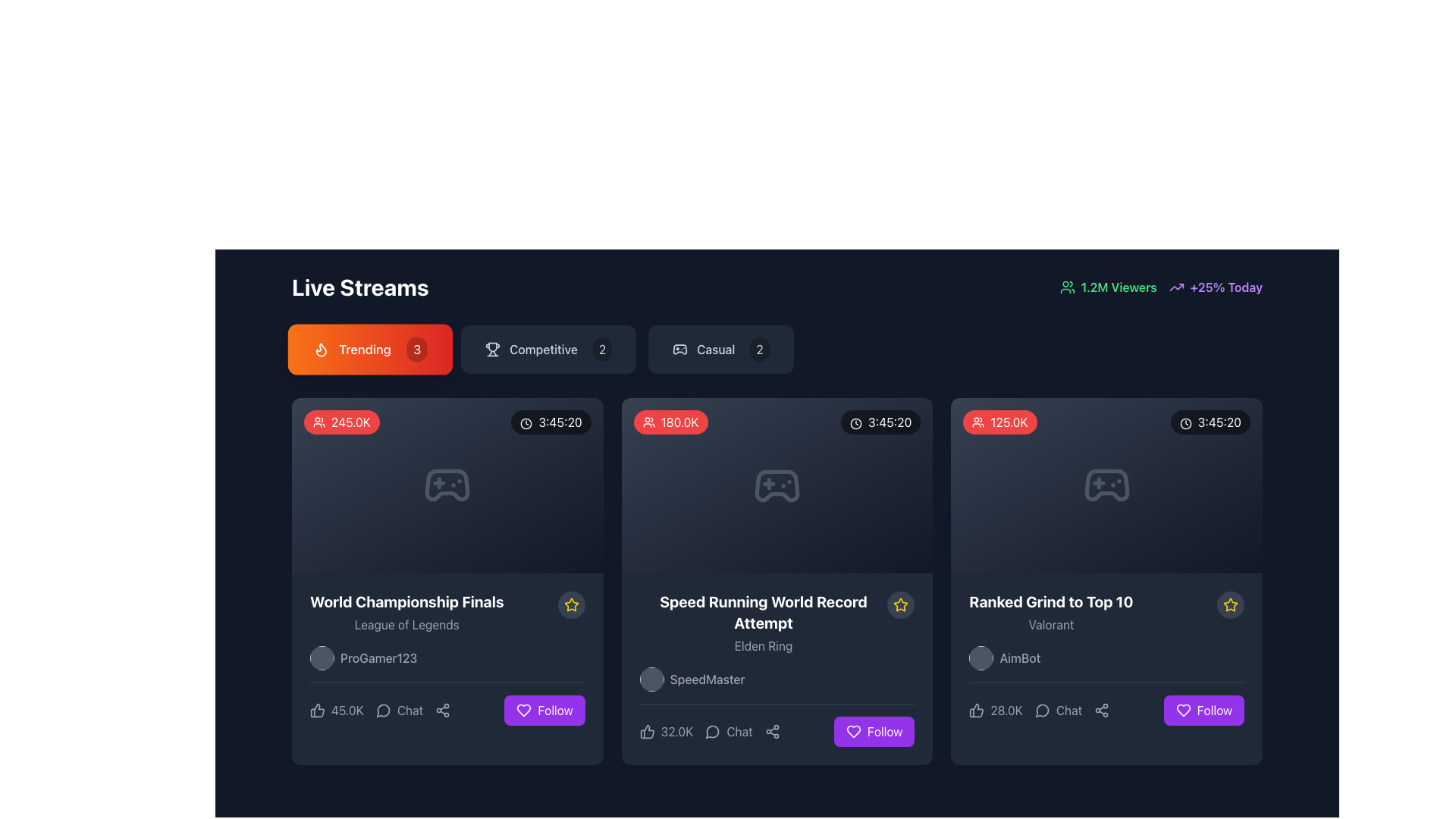 This screenshot has height=819, width=1456. What do you see at coordinates (447, 581) in the screenshot?
I see `the 'Share' button located at the bottom of the interactive card element showcasing the live stream, which is positioned in the top-left corner of the grid layout` at bounding box center [447, 581].